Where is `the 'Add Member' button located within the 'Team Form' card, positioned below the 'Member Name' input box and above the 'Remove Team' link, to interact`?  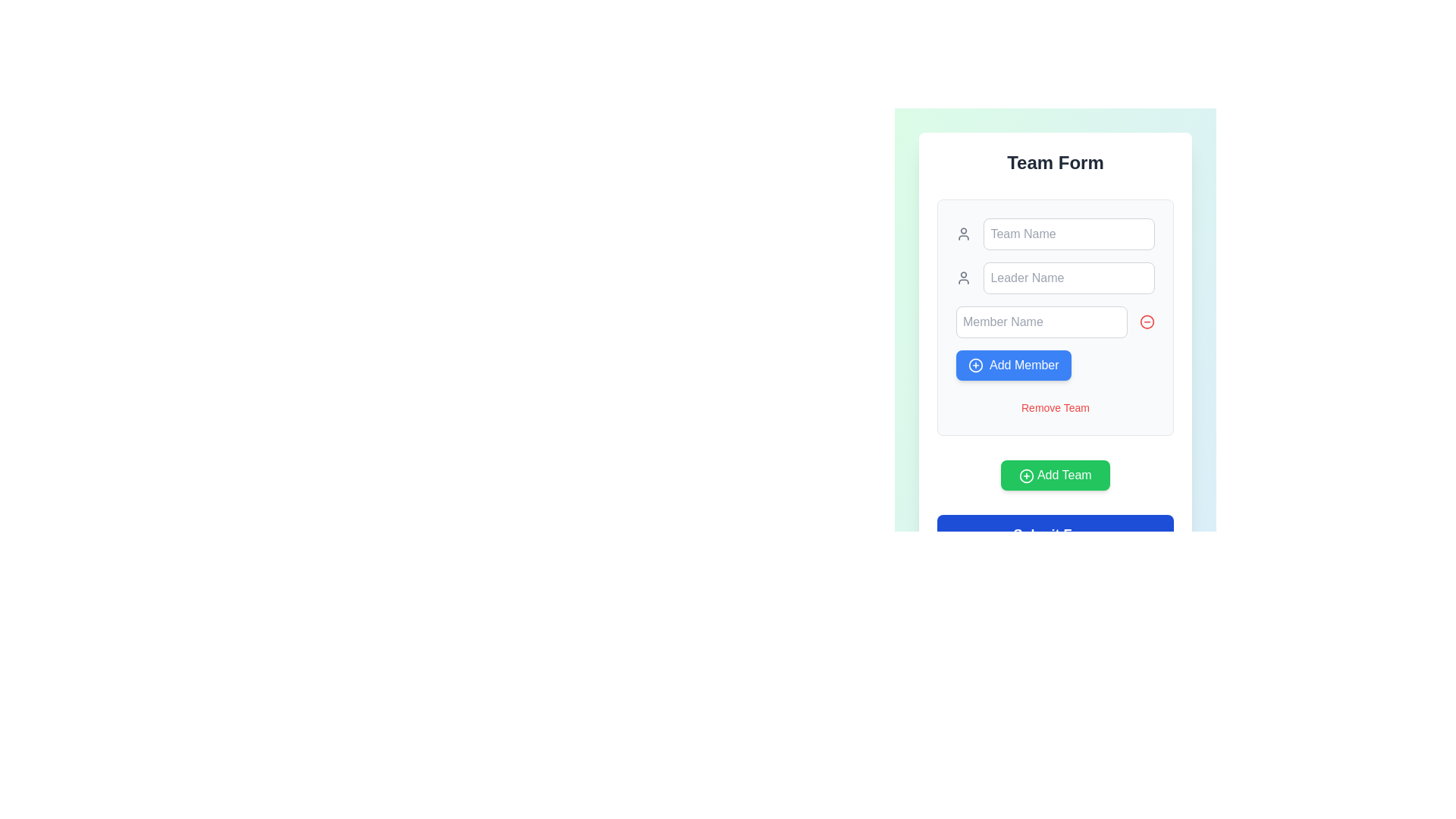 the 'Add Member' button located within the 'Team Form' card, positioned below the 'Member Name' input box and above the 'Remove Team' link, to interact is located at coordinates (1013, 366).